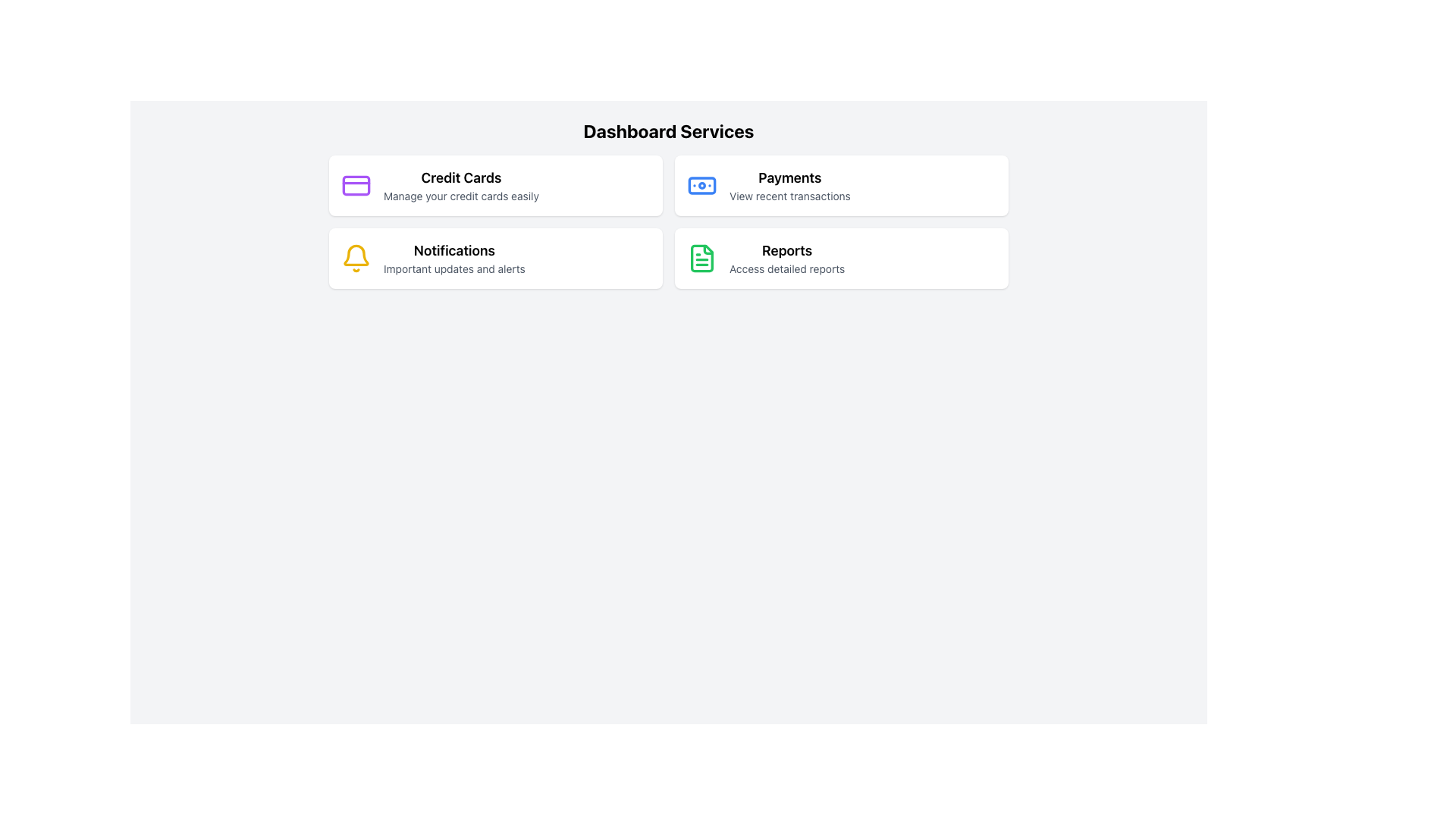  What do you see at coordinates (789, 195) in the screenshot?
I see `the text label that reads 'View recent transactions', which is styled in a small gray font and is located directly below the 'Payments' title in the upper right quadrant of the dashboard` at bounding box center [789, 195].